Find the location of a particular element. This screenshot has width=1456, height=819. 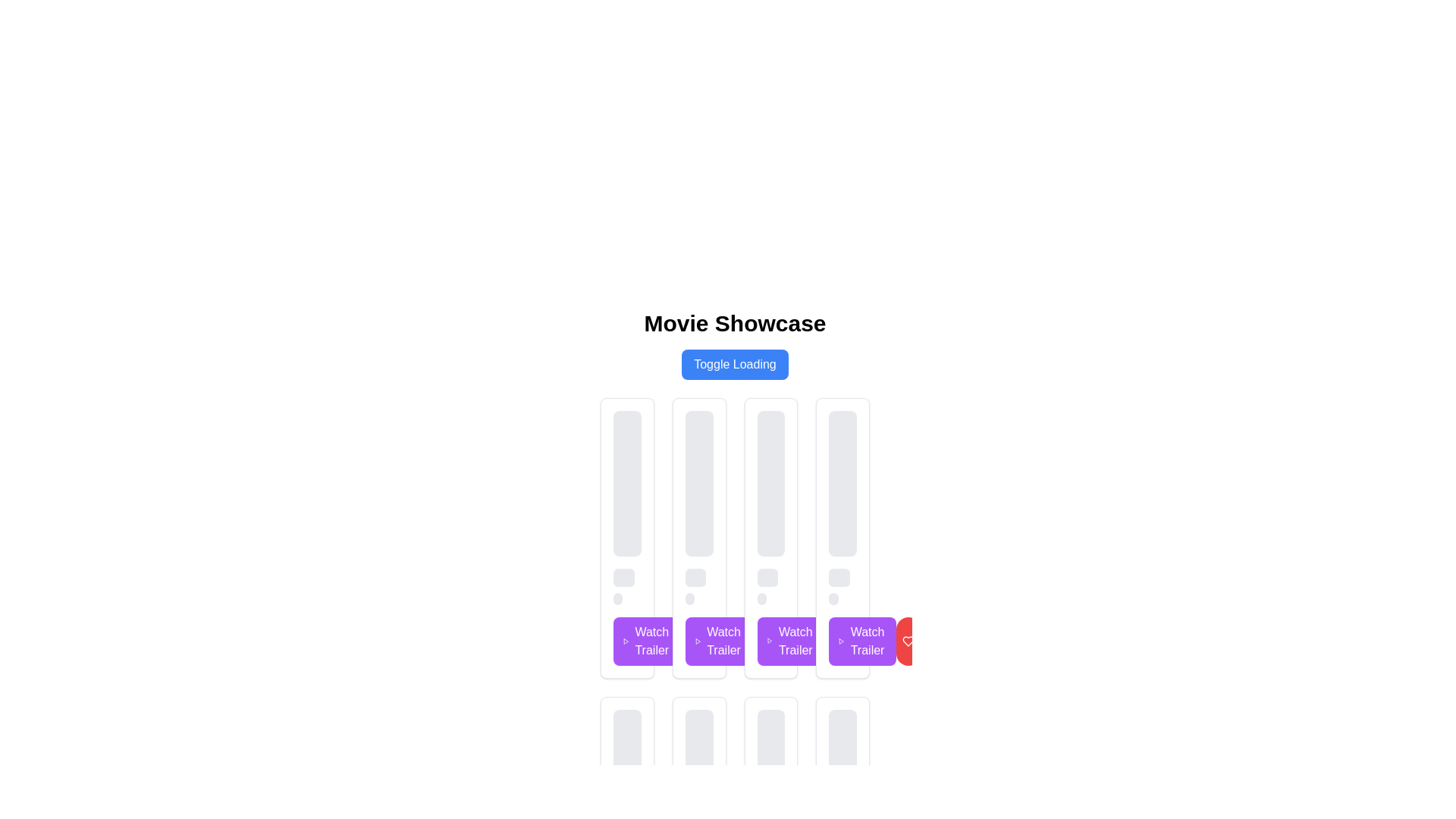

the blue 'Toggle Loading' button located in the 'Movie Showcase' section, which is styled with rounded corners and has a hover effect is located at coordinates (735, 345).